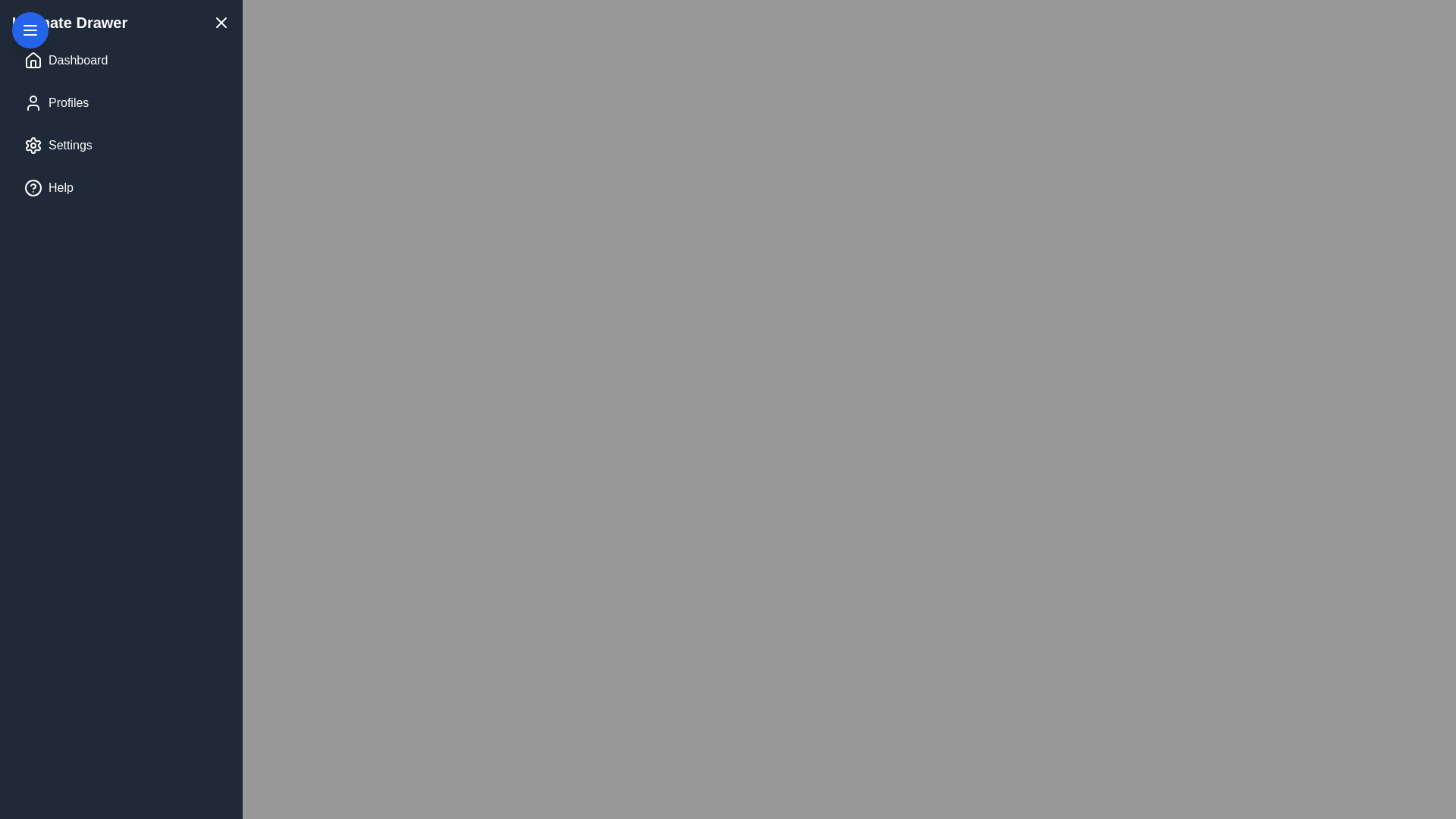 The height and width of the screenshot is (819, 1456). Describe the element at coordinates (33, 102) in the screenshot. I see `the user profile SVG icon located to the left of the text 'Profiles' in the sidebar menu, which is the second item in the list` at that location.